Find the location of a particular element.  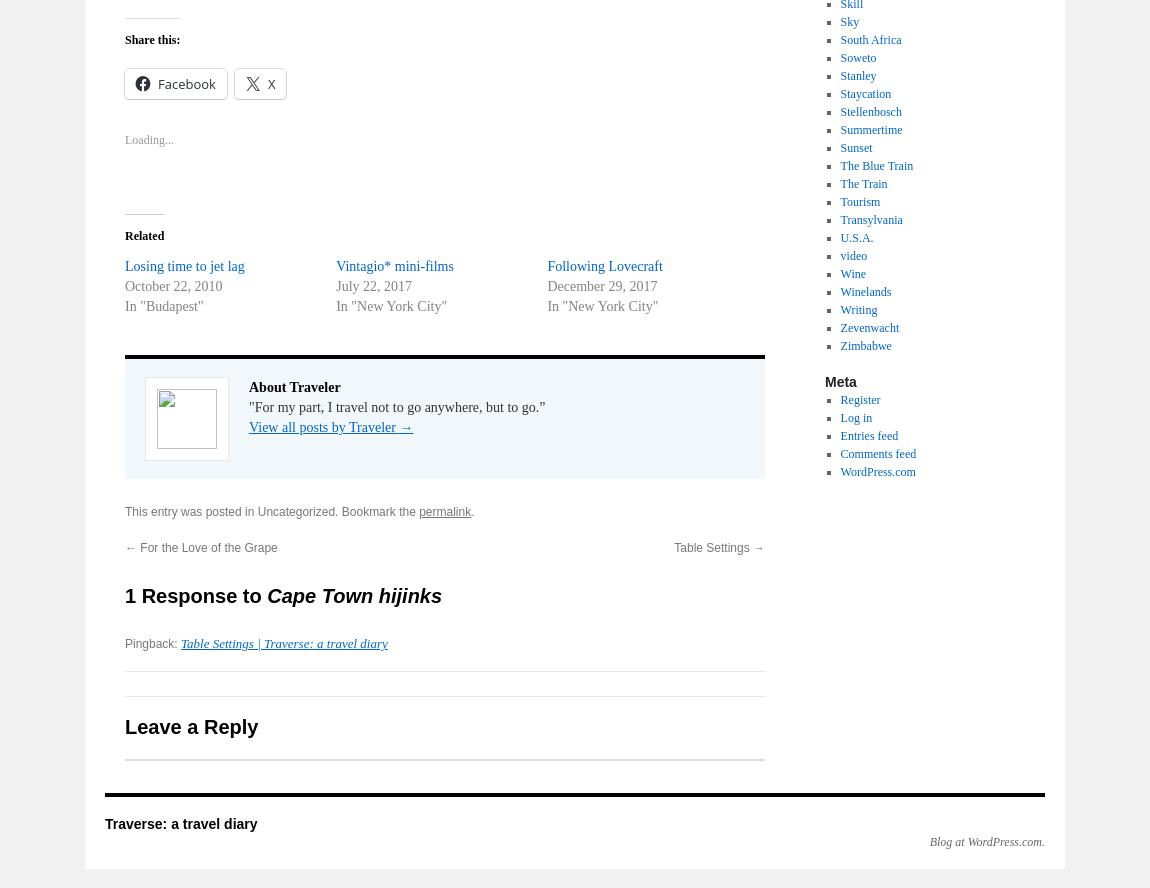

'Sky' is located at coordinates (848, 22).